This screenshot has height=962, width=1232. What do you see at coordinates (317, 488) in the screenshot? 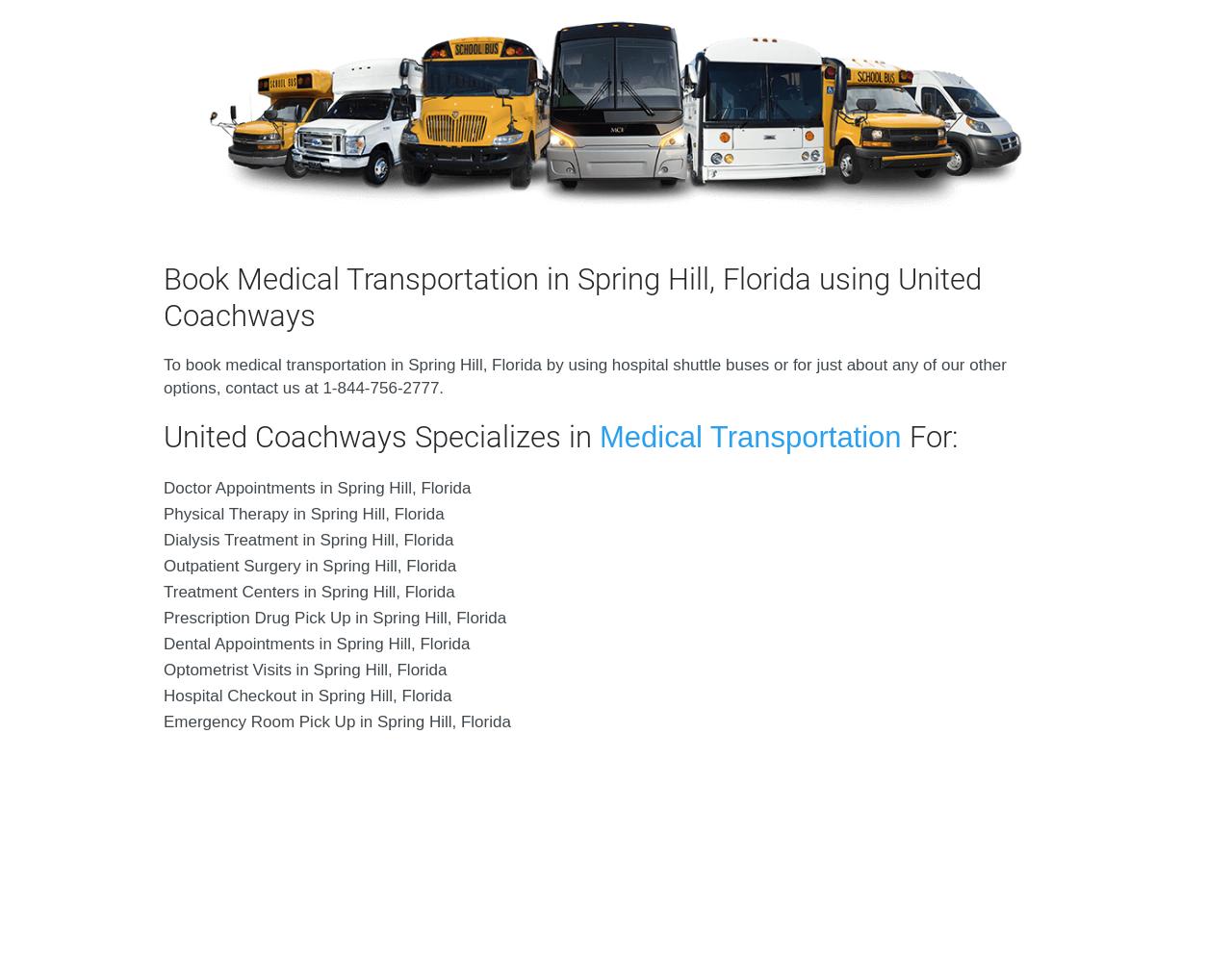
I see `'Doctor Appointments in Spring Hill, Florida'` at bounding box center [317, 488].